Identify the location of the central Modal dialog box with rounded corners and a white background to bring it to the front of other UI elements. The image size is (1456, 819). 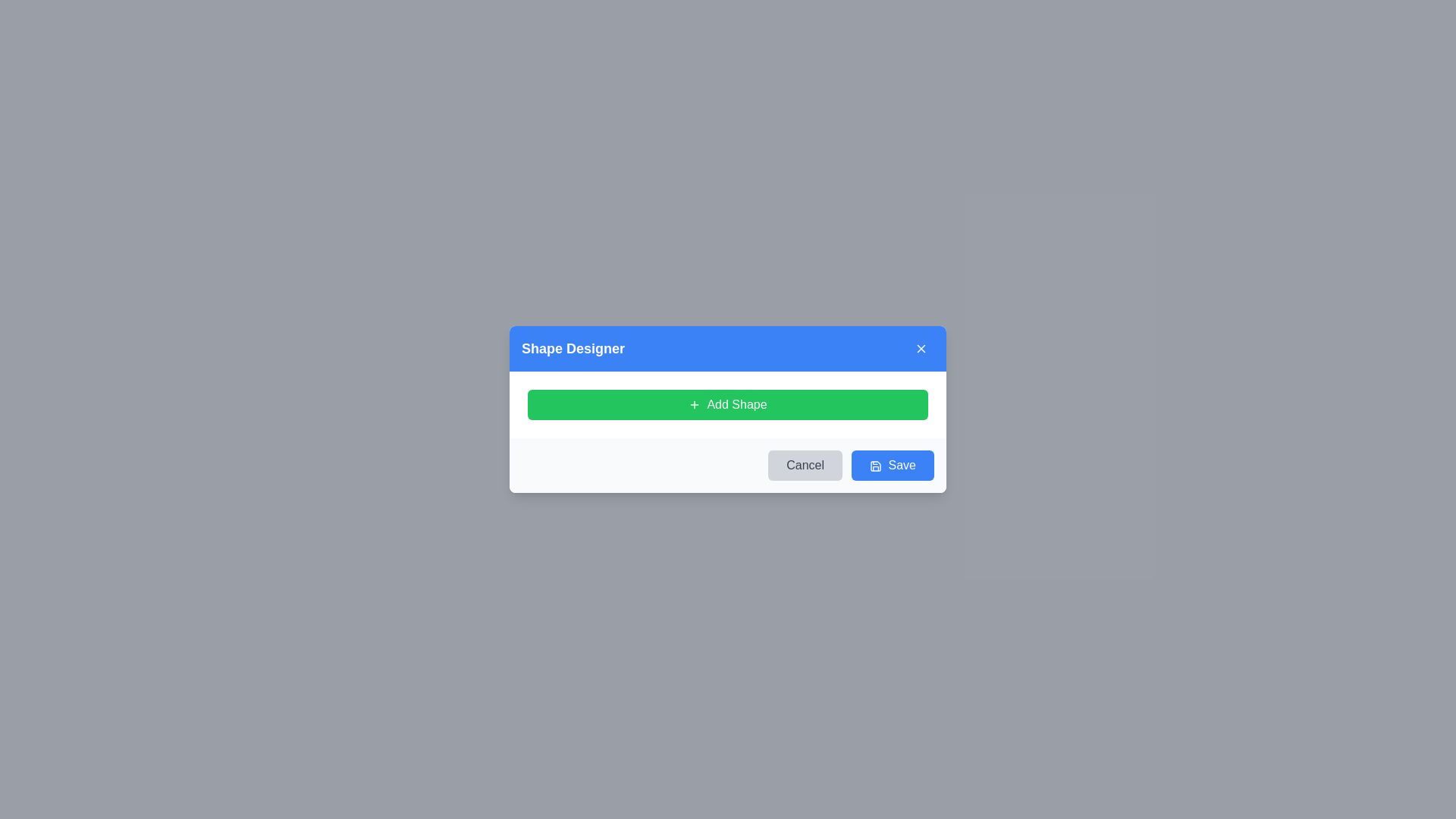
(728, 409).